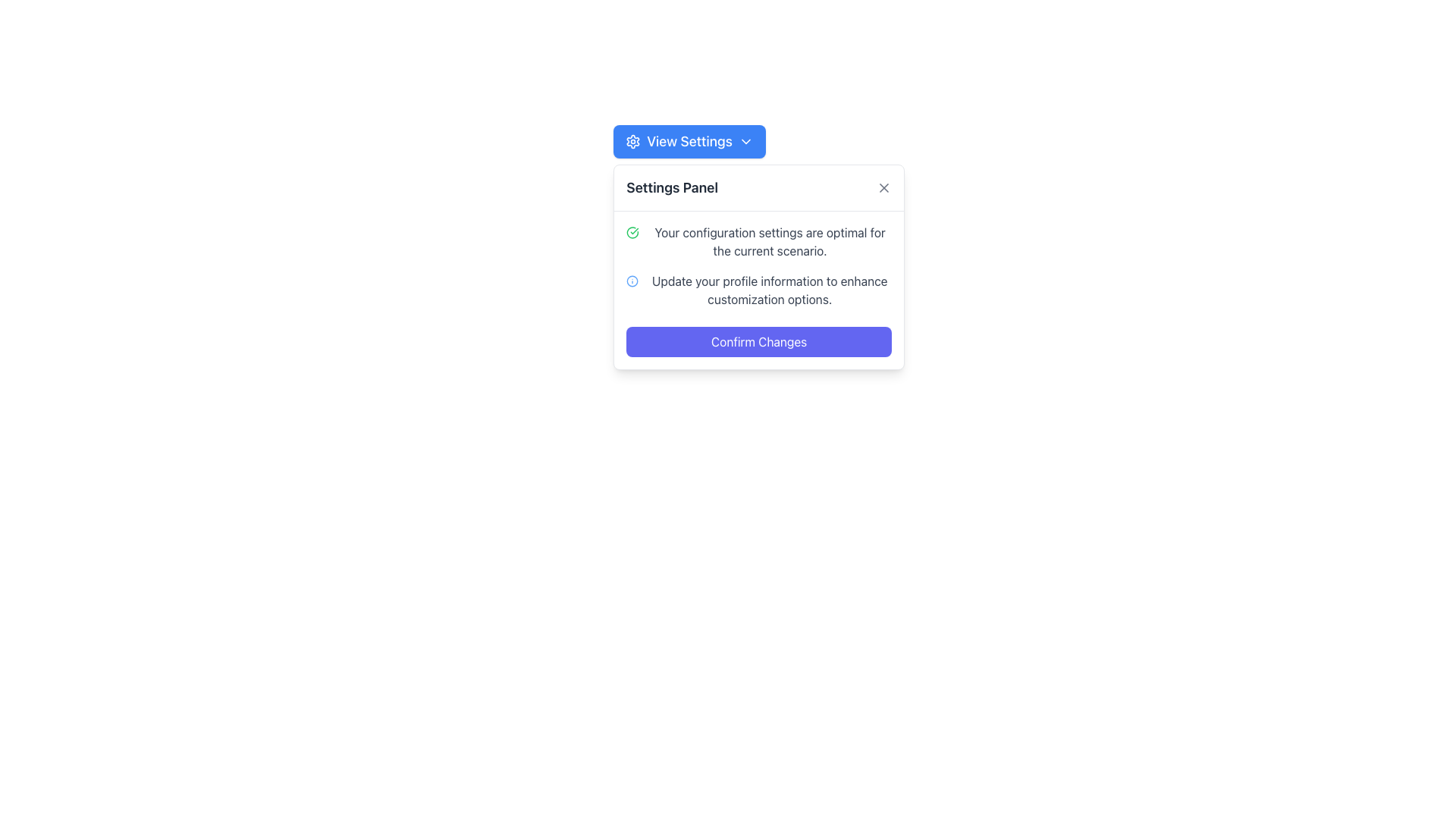 The height and width of the screenshot is (819, 1456). What do you see at coordinates (745, 141) in the screenshot?
I see `the downward-facing chevron icon with a blue background, located to the right of the 'View Settings' text` at bounding box center [745, 141].